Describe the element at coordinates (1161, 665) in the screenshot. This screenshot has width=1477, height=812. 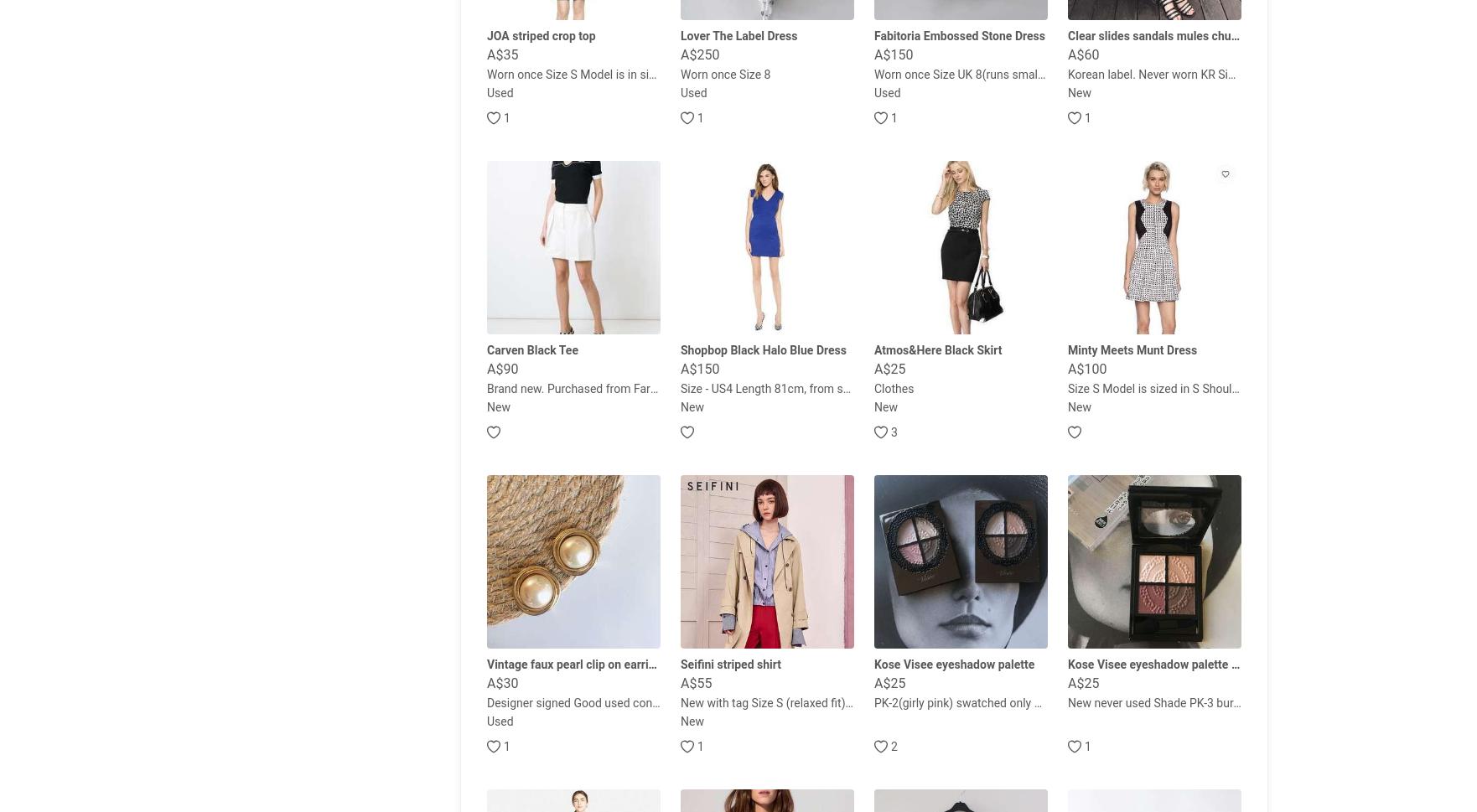
I see `'Kose Visee eyeshadow palette PK-3'` at that location.